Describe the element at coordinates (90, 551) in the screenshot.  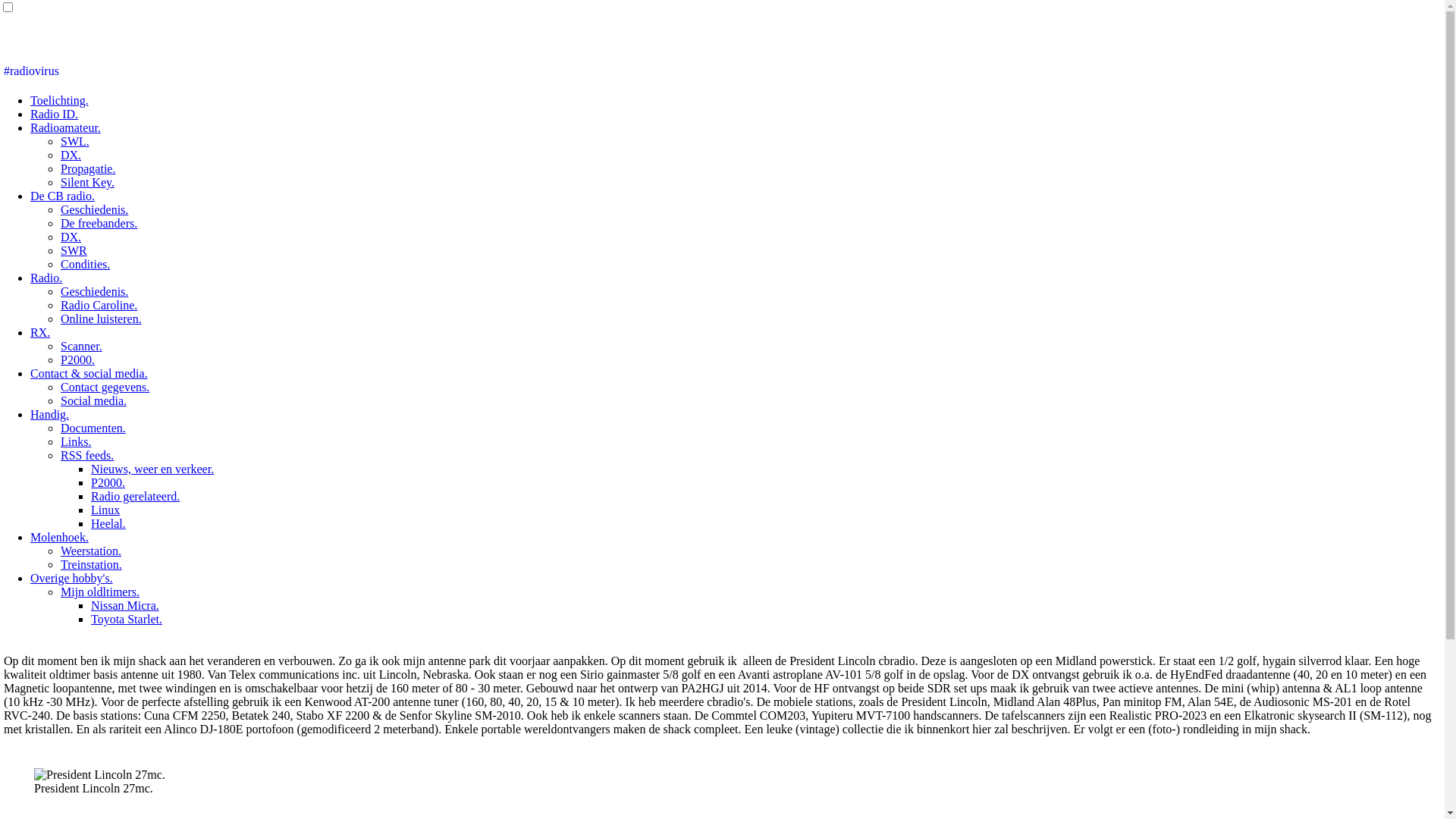
I see `'Weerstation.'` at that location.